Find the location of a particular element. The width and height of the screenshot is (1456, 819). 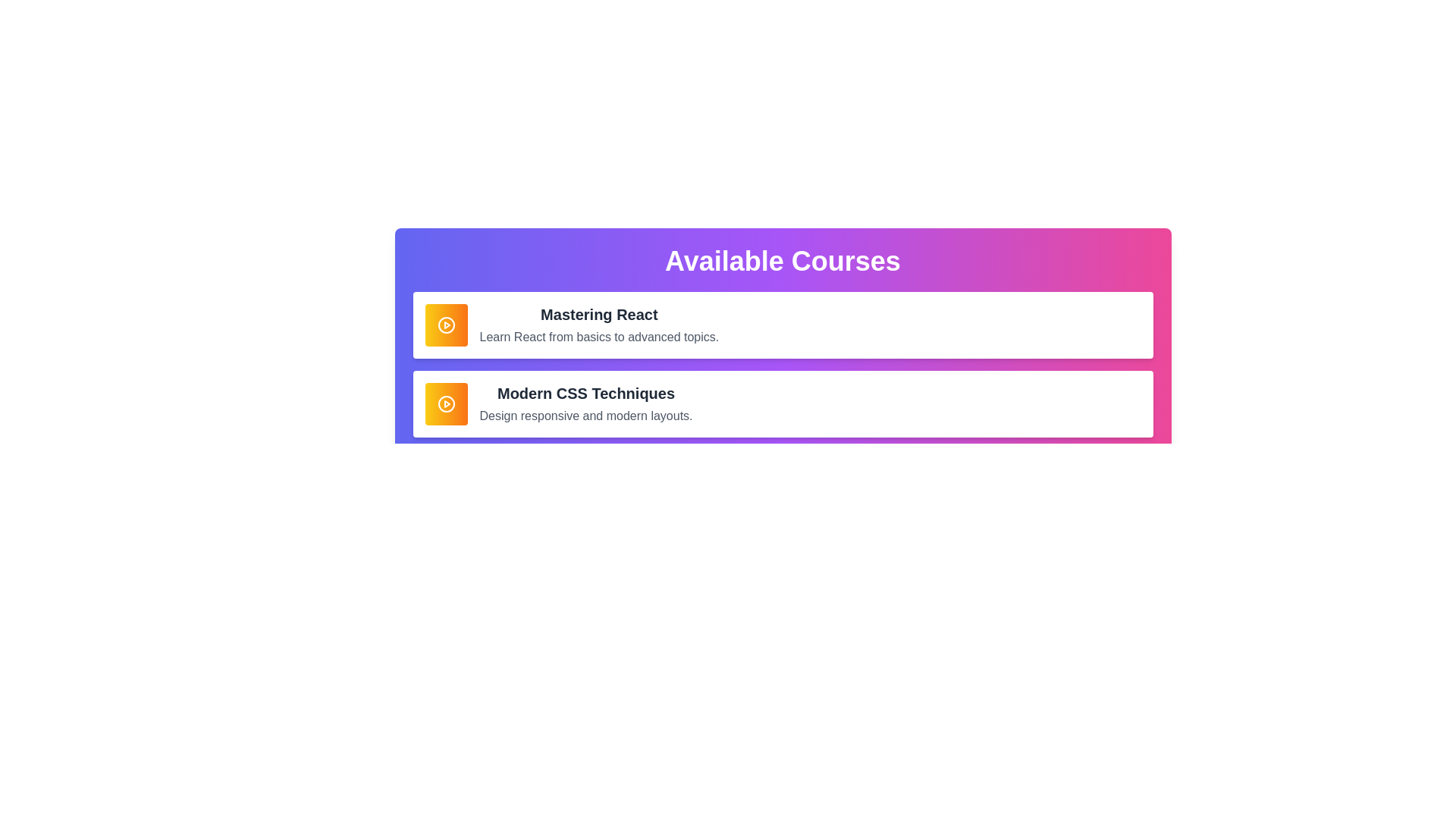

the Text Label that reads 'Design responsive and modern layouts.' which is positioned below the heading 'Modern CSS Techniques' within the second section of the courses list is located at coordinates (585, 416).